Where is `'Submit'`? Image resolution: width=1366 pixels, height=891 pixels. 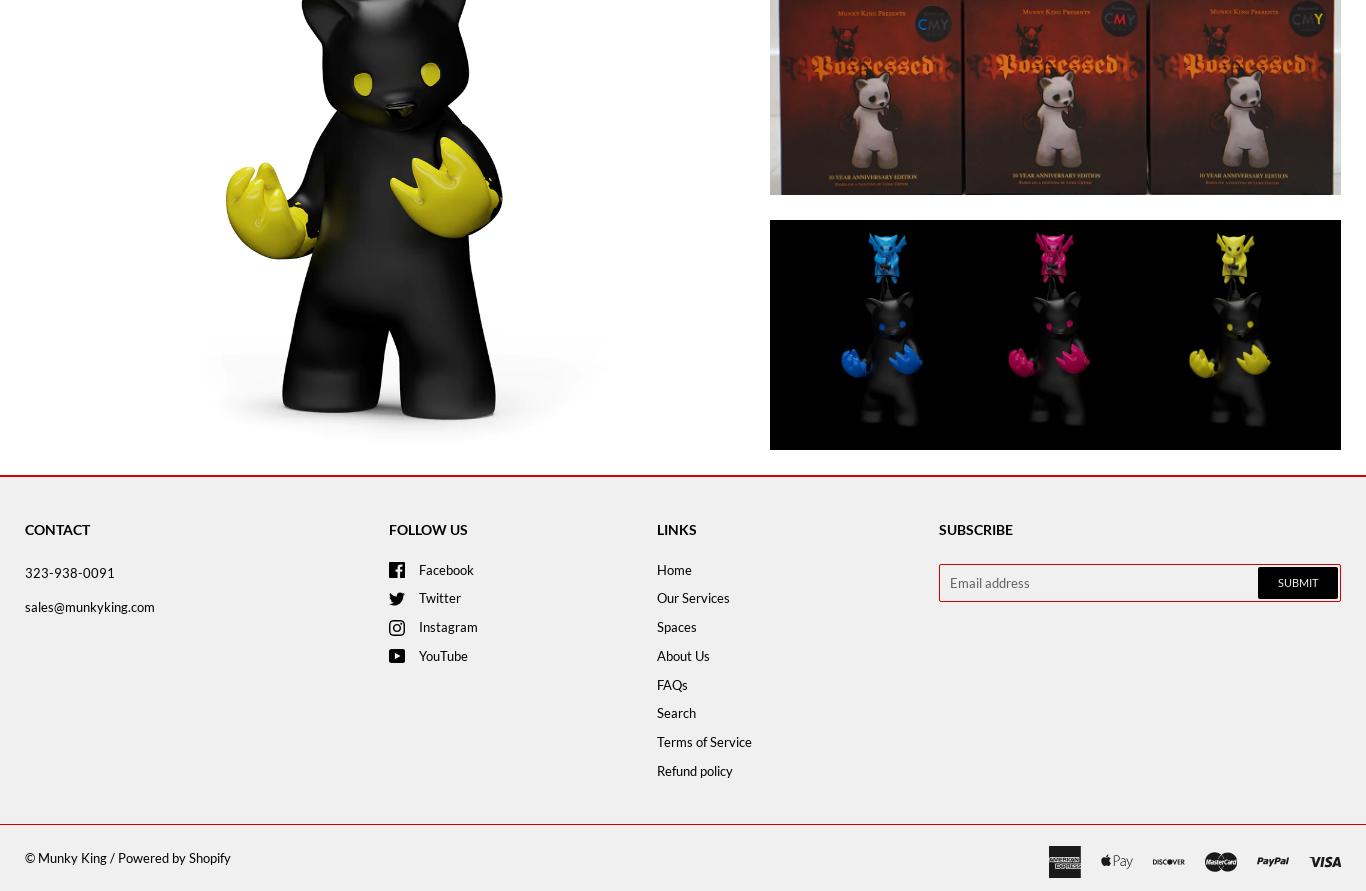
'Submit' is located at coordinates (1277, 582).